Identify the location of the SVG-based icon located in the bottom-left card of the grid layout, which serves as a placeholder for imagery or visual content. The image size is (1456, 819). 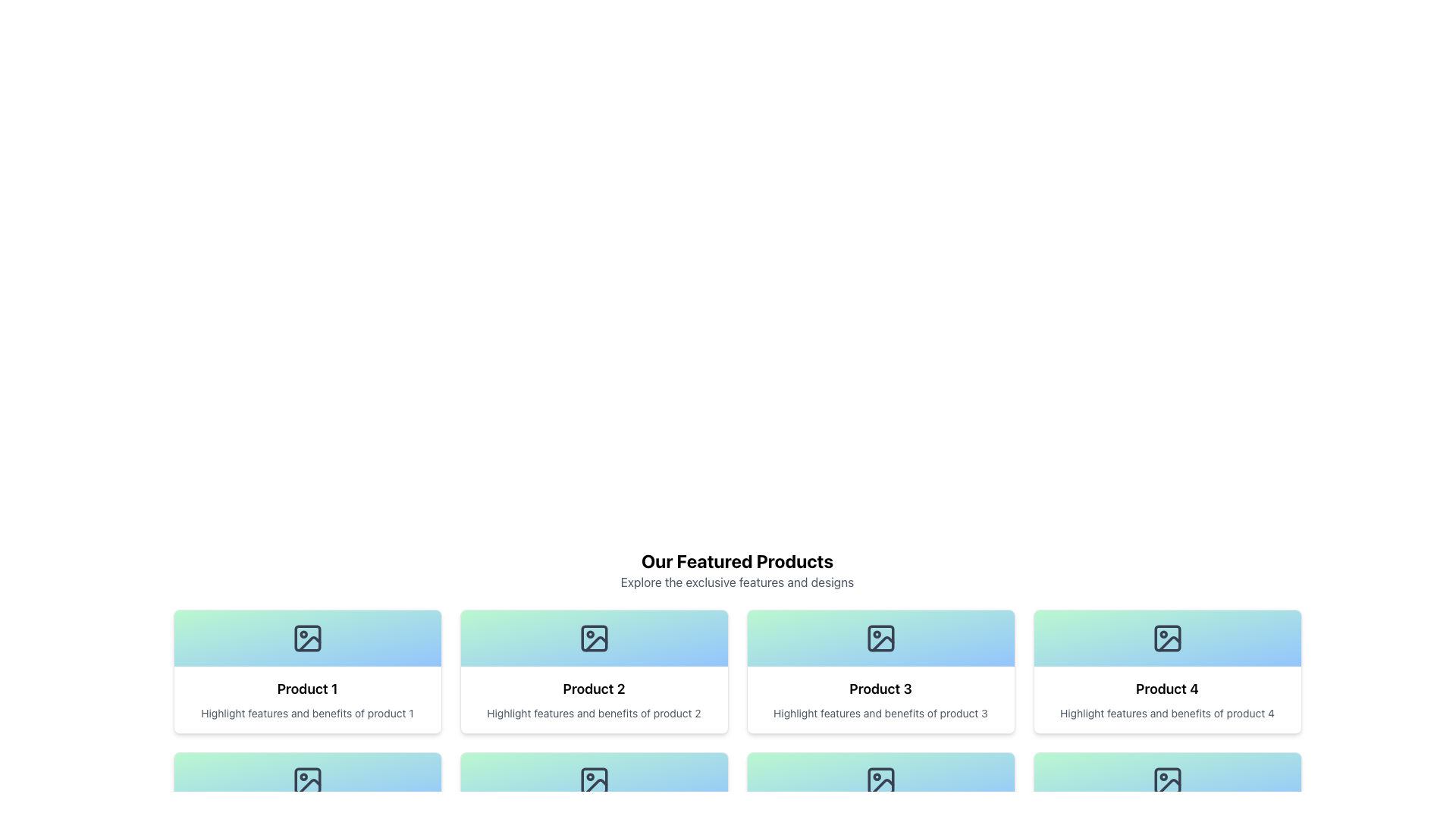
(593, 780).